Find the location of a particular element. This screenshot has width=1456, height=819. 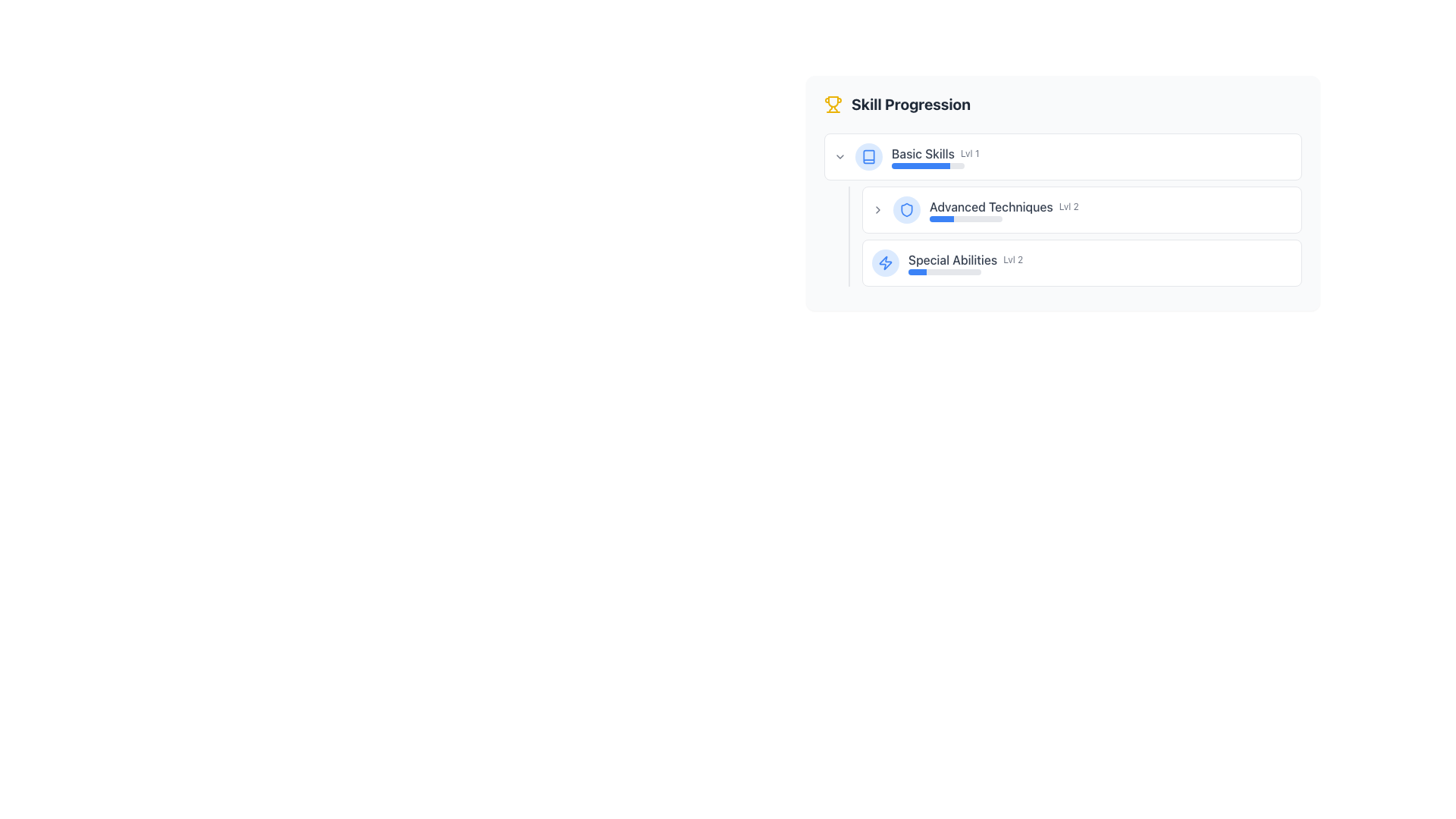

the Progress bar segment of the 'Special Abilities' skill progression bar, which visually represents progress as a percentage is located at coordinates (916, 271).